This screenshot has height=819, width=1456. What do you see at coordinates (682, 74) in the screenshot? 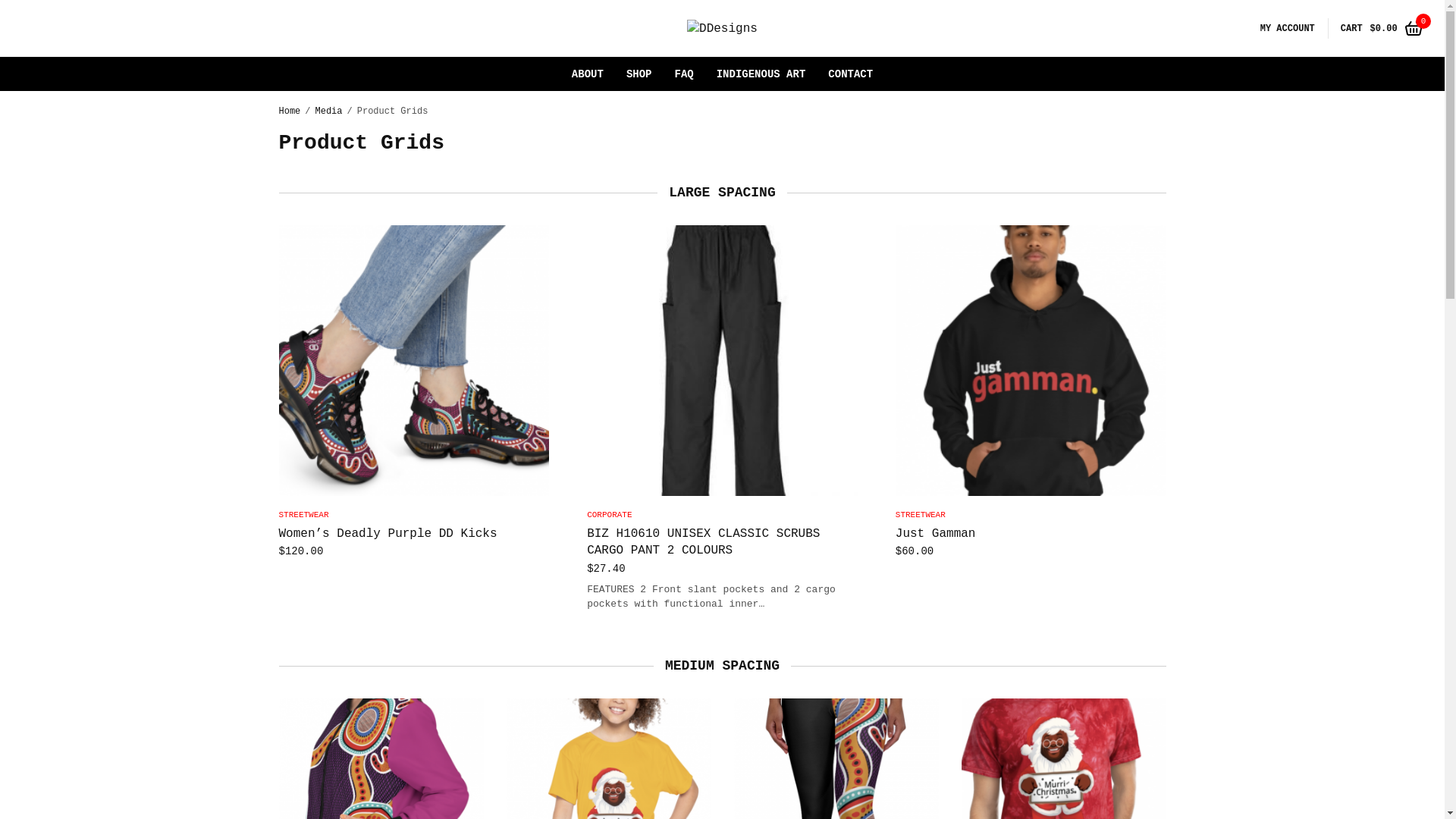
I see `'FAQ'` at bounding box center [682, 74].